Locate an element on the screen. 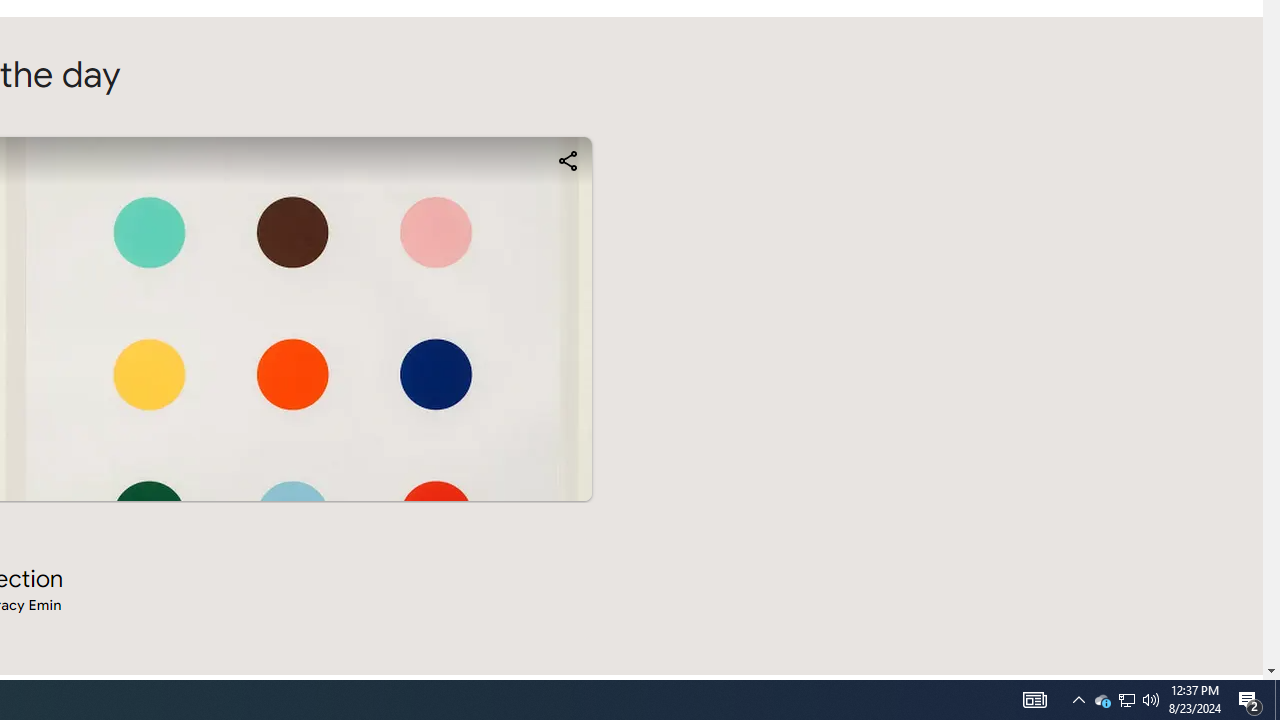 This screenshot has height=720, width=1280. 'Share "Get to Know the Young British Artists"' is located at coordinates (566, 159).